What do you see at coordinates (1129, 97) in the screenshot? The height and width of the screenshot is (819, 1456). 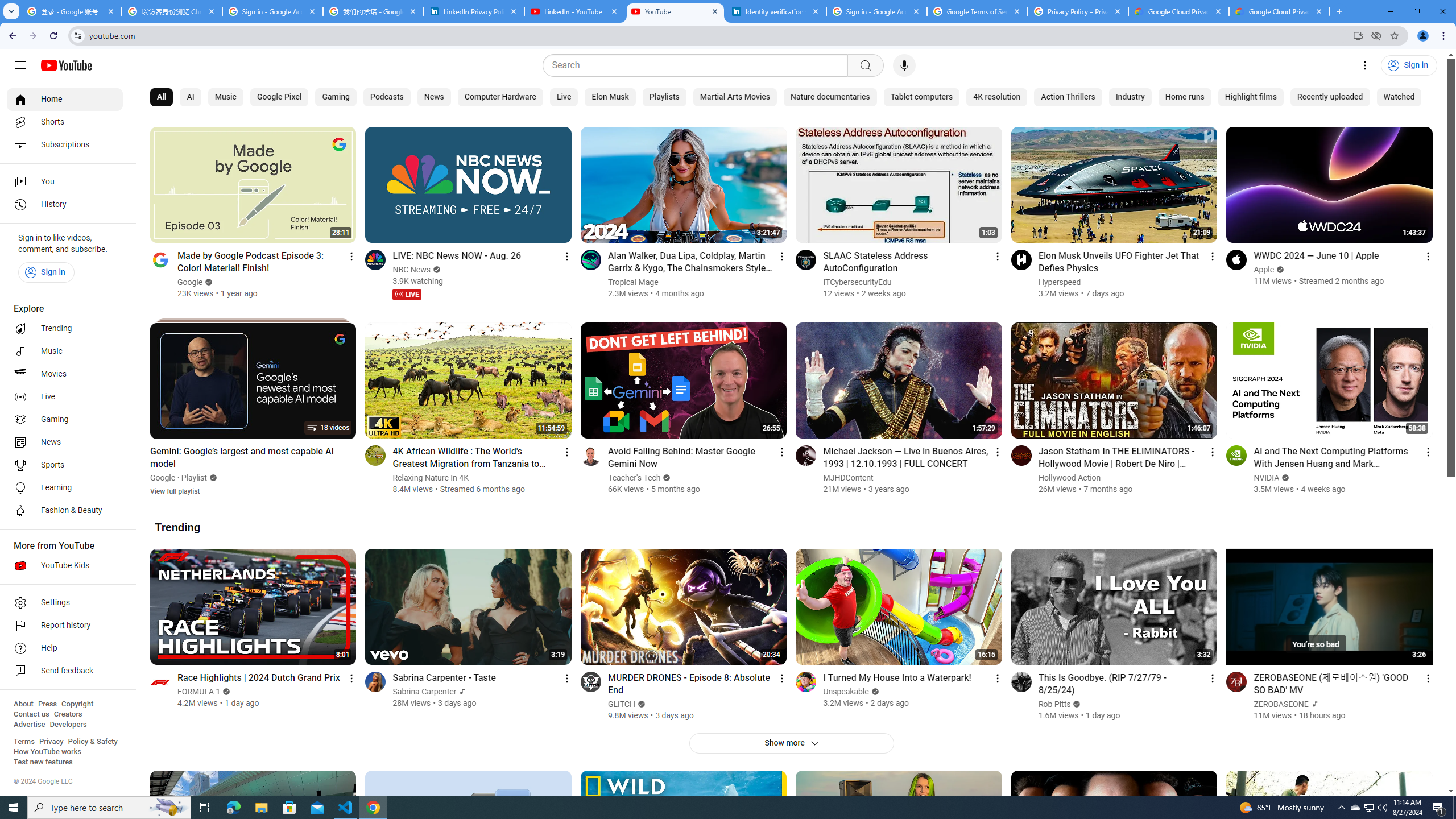 I see `'Industry'` at bounding box center [1129, 97].